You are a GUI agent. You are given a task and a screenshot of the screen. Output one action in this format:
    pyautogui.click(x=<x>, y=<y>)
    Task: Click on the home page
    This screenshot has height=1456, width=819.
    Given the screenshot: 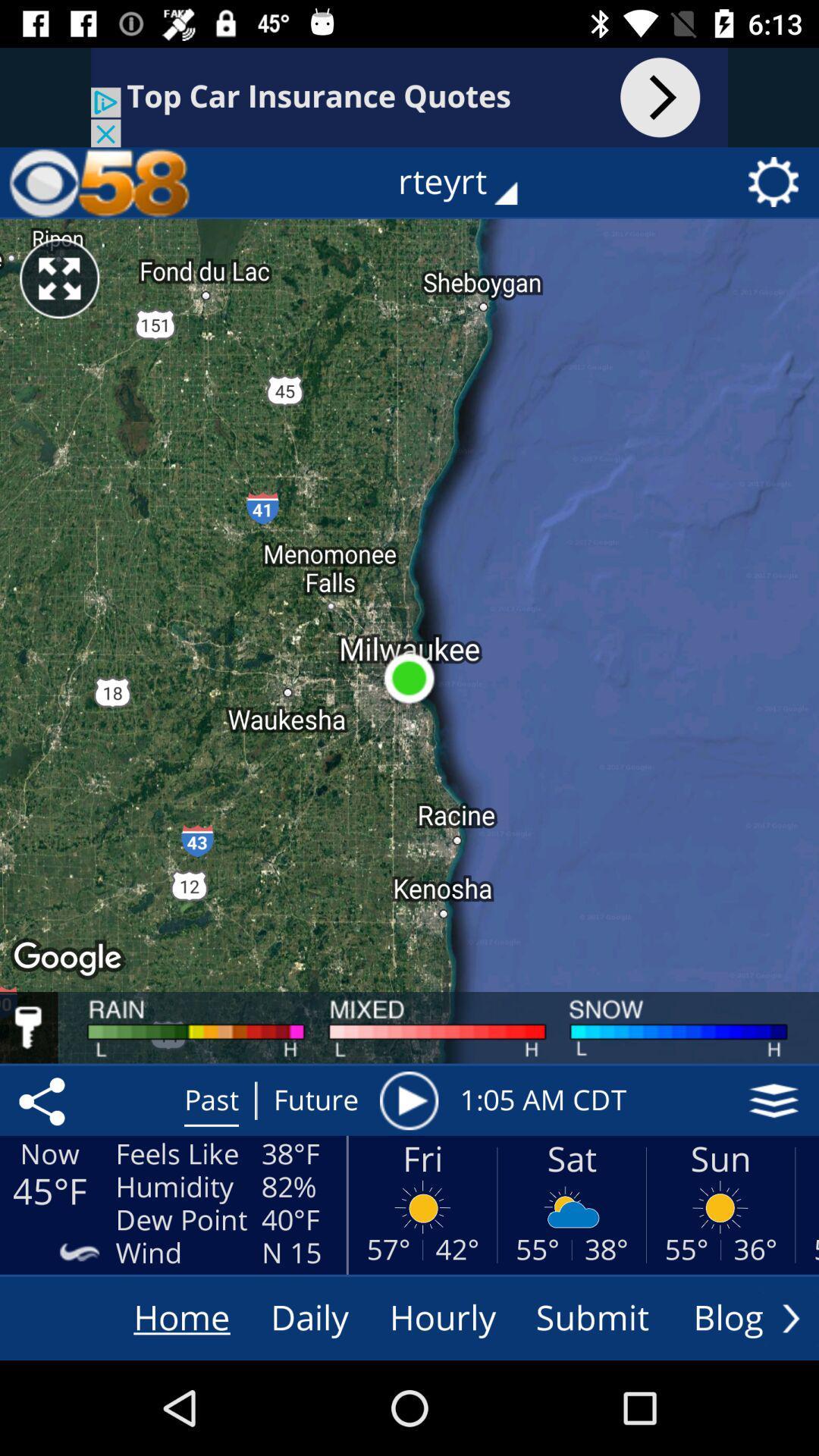 What is the action you would take?
    pyautogui.click(x=99, y=182)
    